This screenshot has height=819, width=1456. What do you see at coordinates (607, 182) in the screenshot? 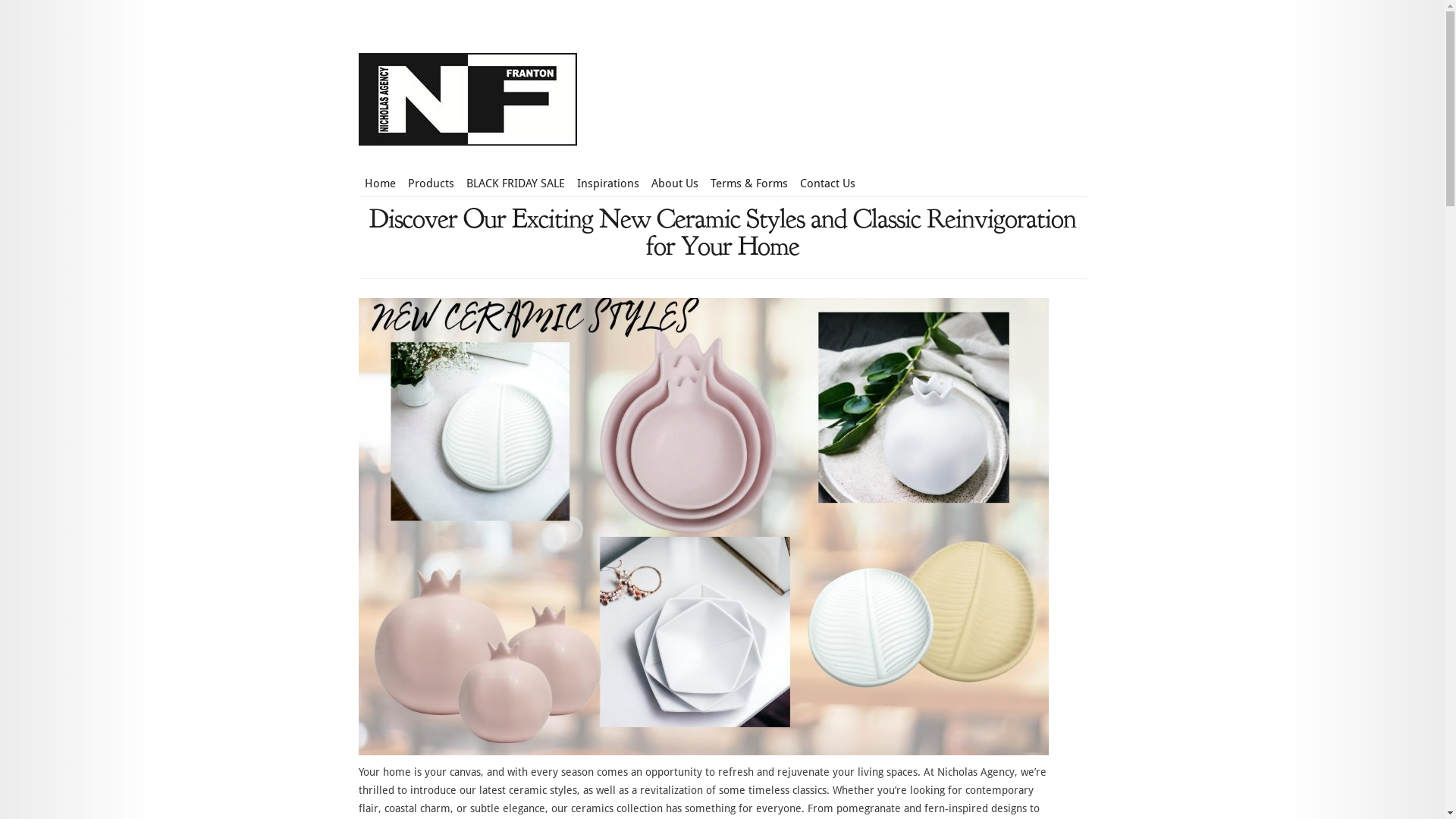
I see `'Inspirations'` at bounding box center [607, 182].